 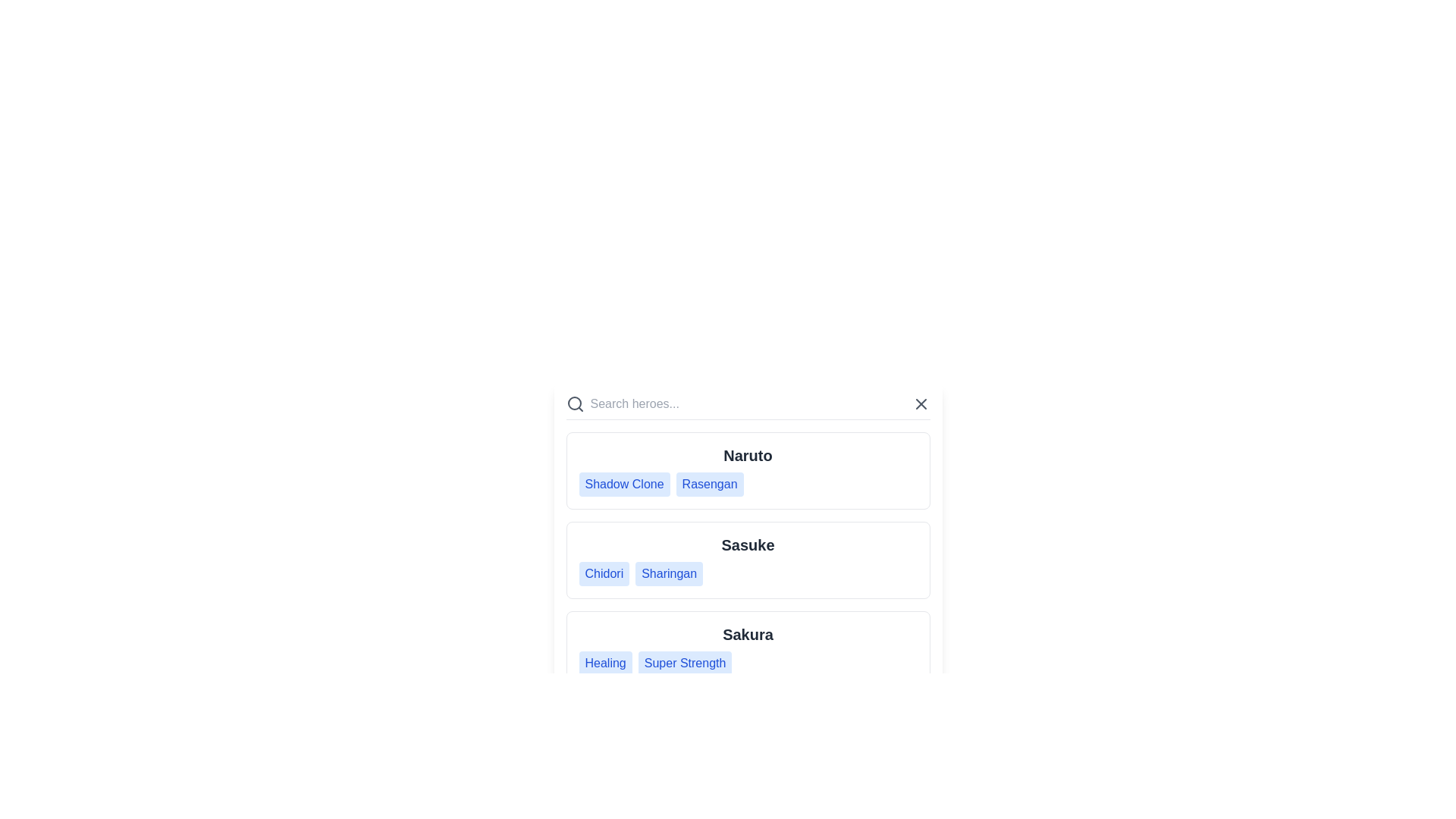 I want to click on the blue badge labeled 'Rasengan' which is the second badge under the heading 'Naruto', so click(x=709, y=485).